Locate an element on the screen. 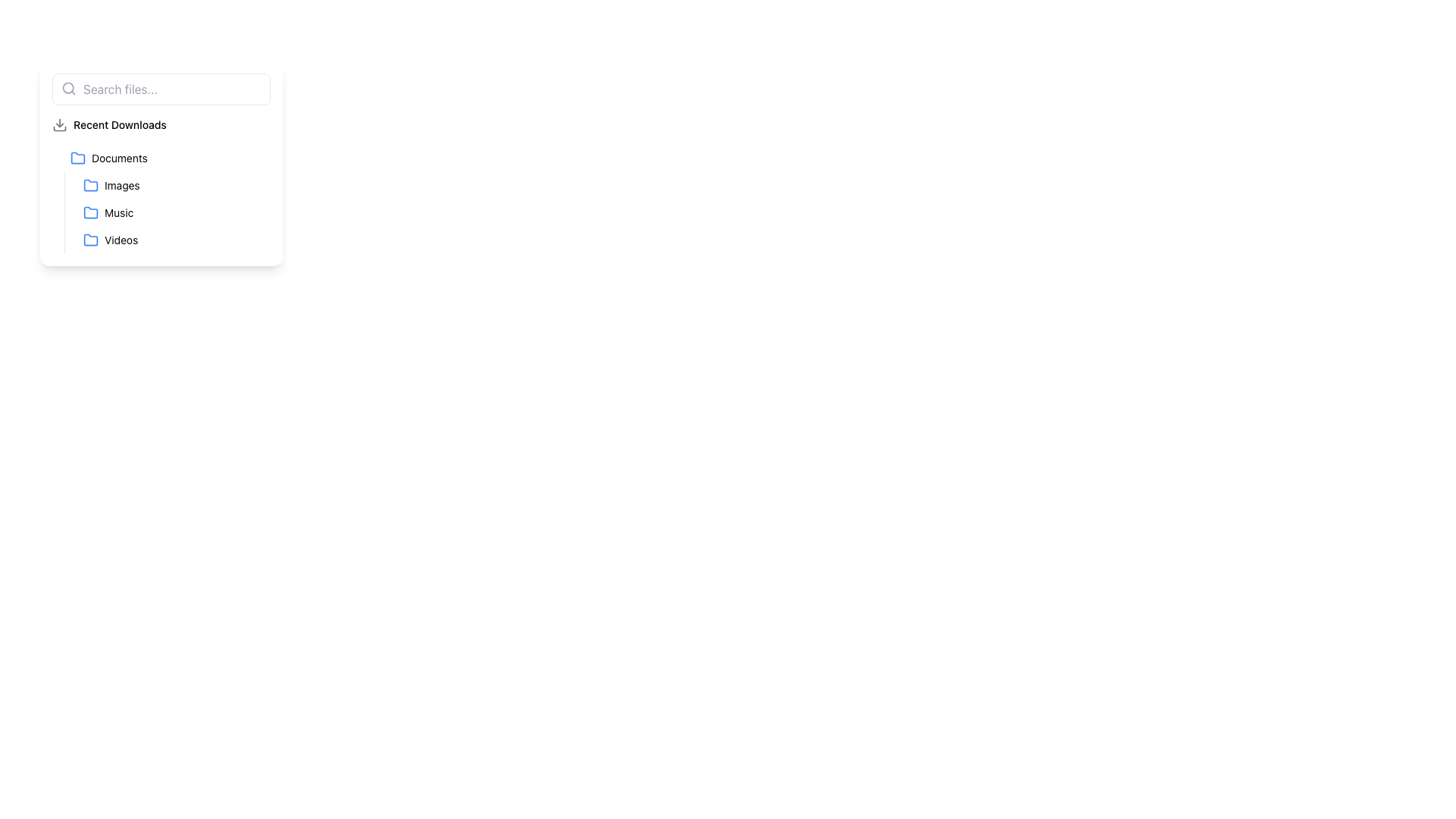 Image resolution: width=1456 pixels, height=819 pixels. the 'Music' folder icon located in the 'Recent Downloads' section is located at coordinates (90, 213).